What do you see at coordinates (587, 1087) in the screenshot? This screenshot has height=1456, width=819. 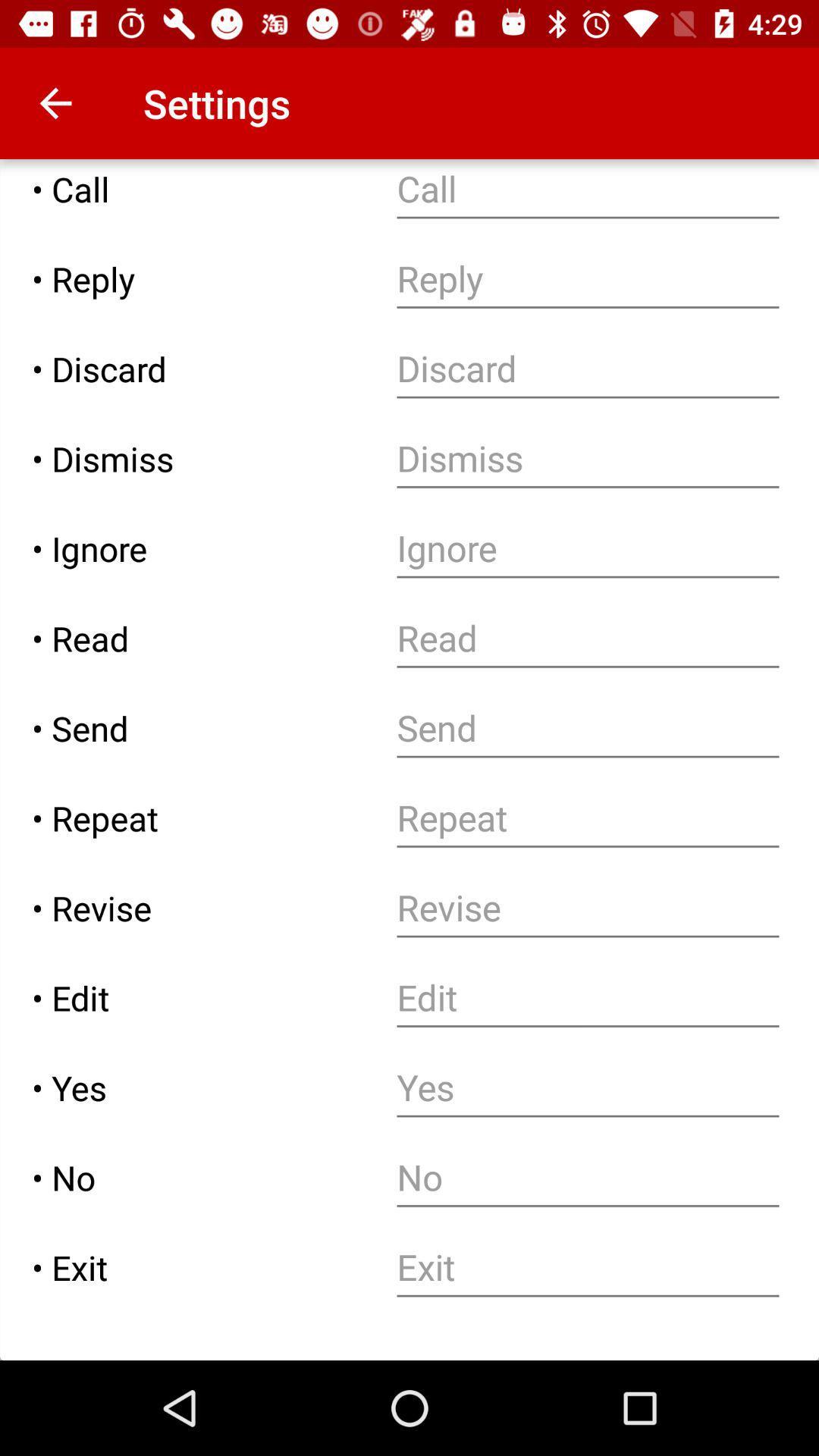 I see `set the option` at bounding box center [587, 1087].